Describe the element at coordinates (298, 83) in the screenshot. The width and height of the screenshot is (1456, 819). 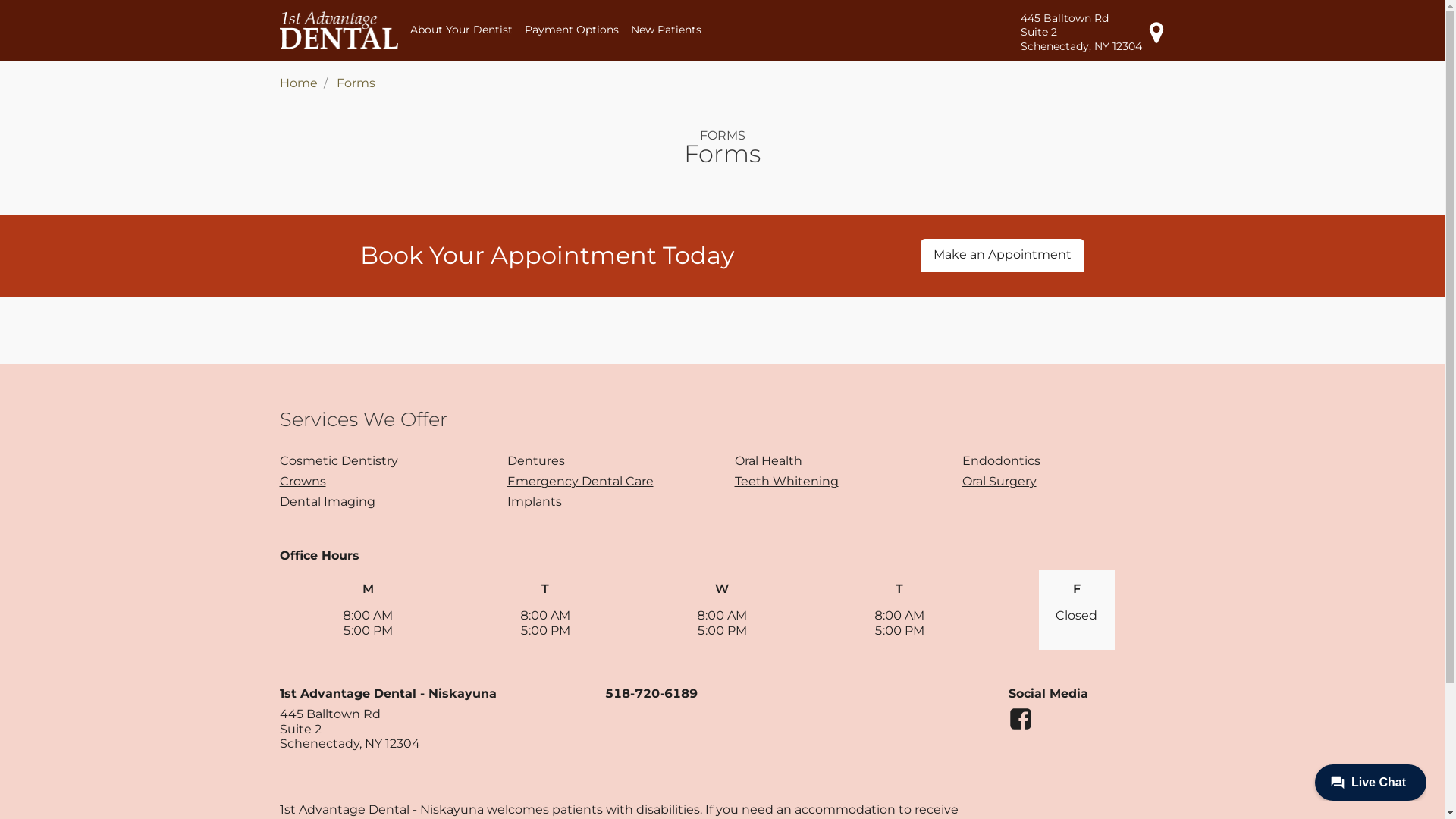
I see `'Home'` at that location.